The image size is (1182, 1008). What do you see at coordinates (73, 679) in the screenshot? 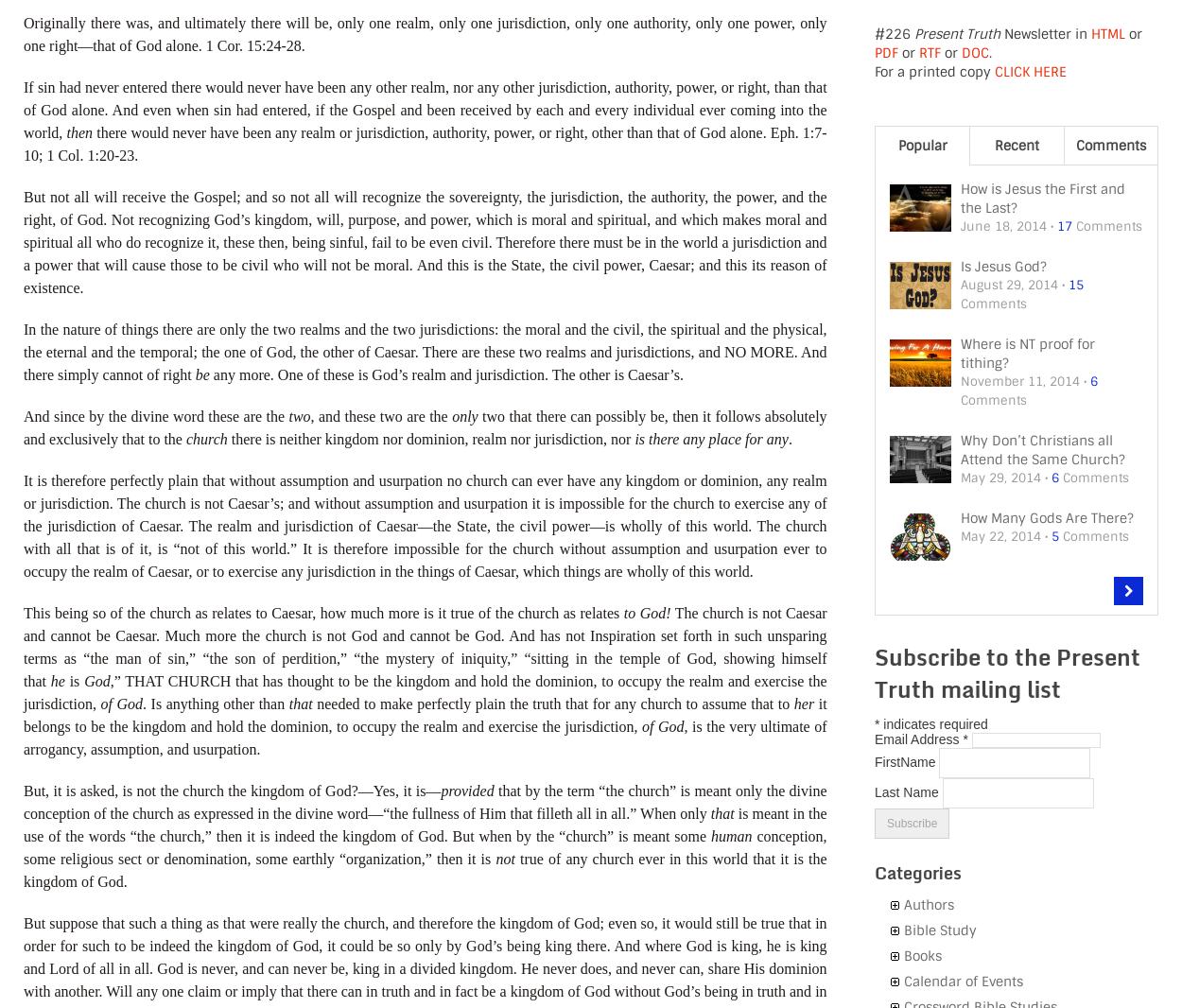
I see `'is'` at bounding box center [73, 679].